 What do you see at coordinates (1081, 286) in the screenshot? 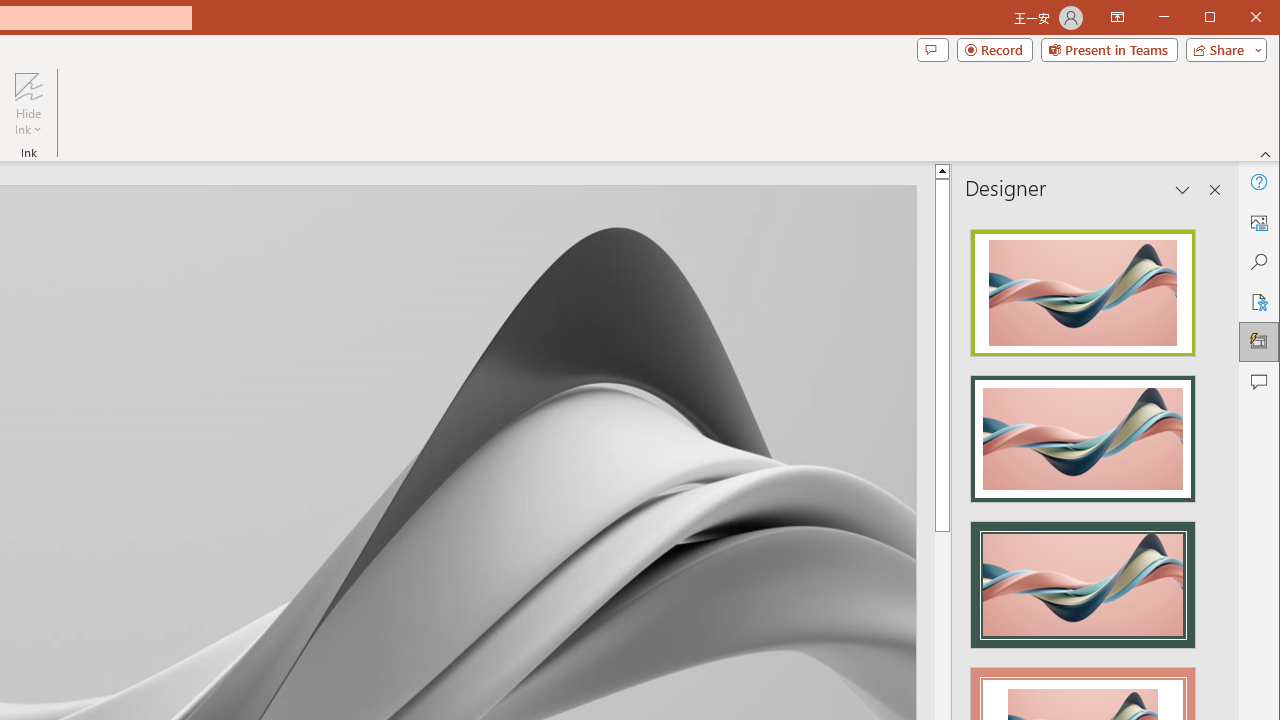
I see `'Recommended Design: Design Idea'` at bounding box center [1081, 286].